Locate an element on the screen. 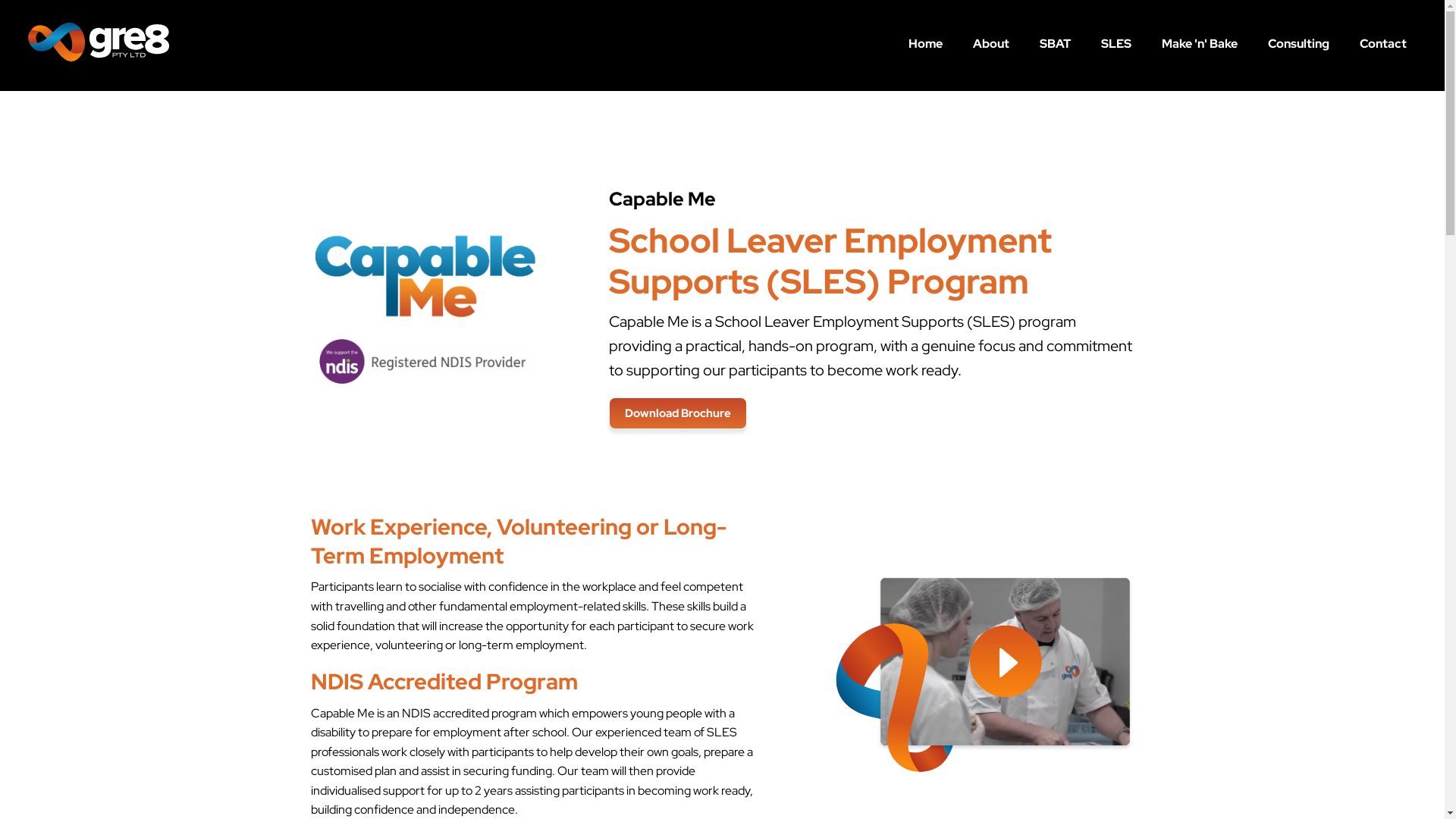  'Contact' is located at coordinates (1344, 42).